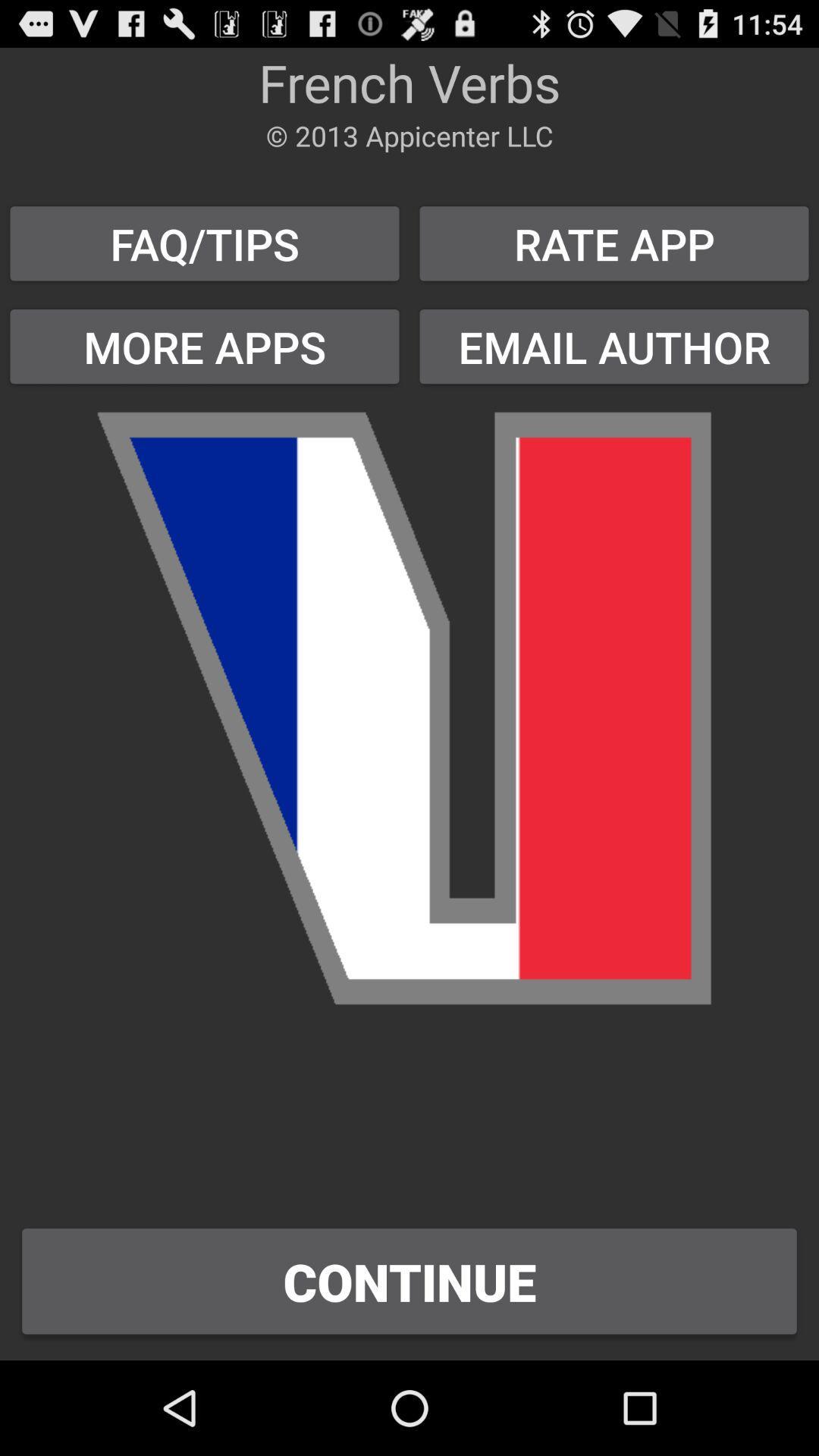  Describe the element at coordinates (614, 346) in the screenshot. I see `email author button` at that location.